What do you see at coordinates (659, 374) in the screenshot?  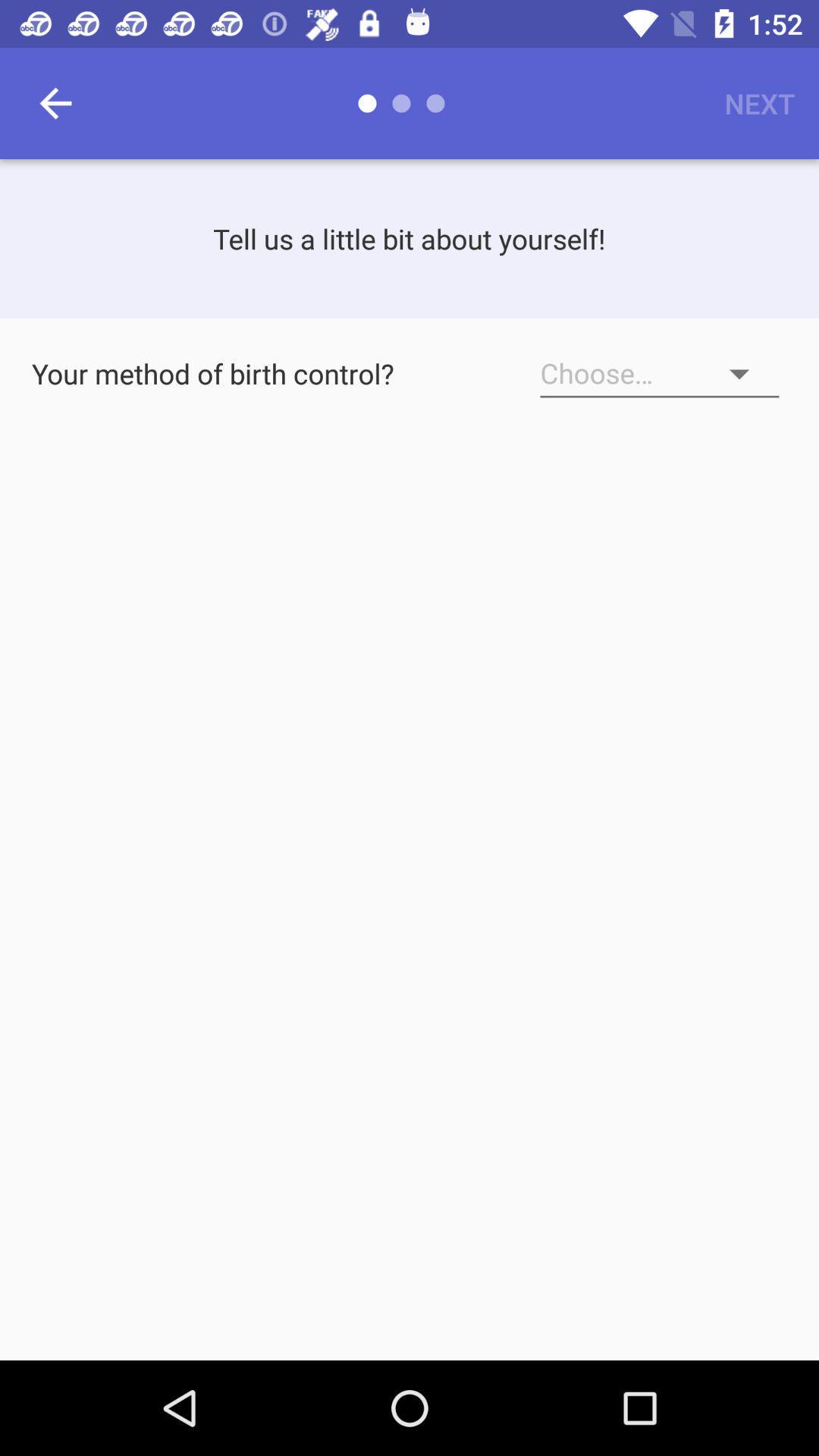 I see `method of birth control` at bounding box center [659, 374].